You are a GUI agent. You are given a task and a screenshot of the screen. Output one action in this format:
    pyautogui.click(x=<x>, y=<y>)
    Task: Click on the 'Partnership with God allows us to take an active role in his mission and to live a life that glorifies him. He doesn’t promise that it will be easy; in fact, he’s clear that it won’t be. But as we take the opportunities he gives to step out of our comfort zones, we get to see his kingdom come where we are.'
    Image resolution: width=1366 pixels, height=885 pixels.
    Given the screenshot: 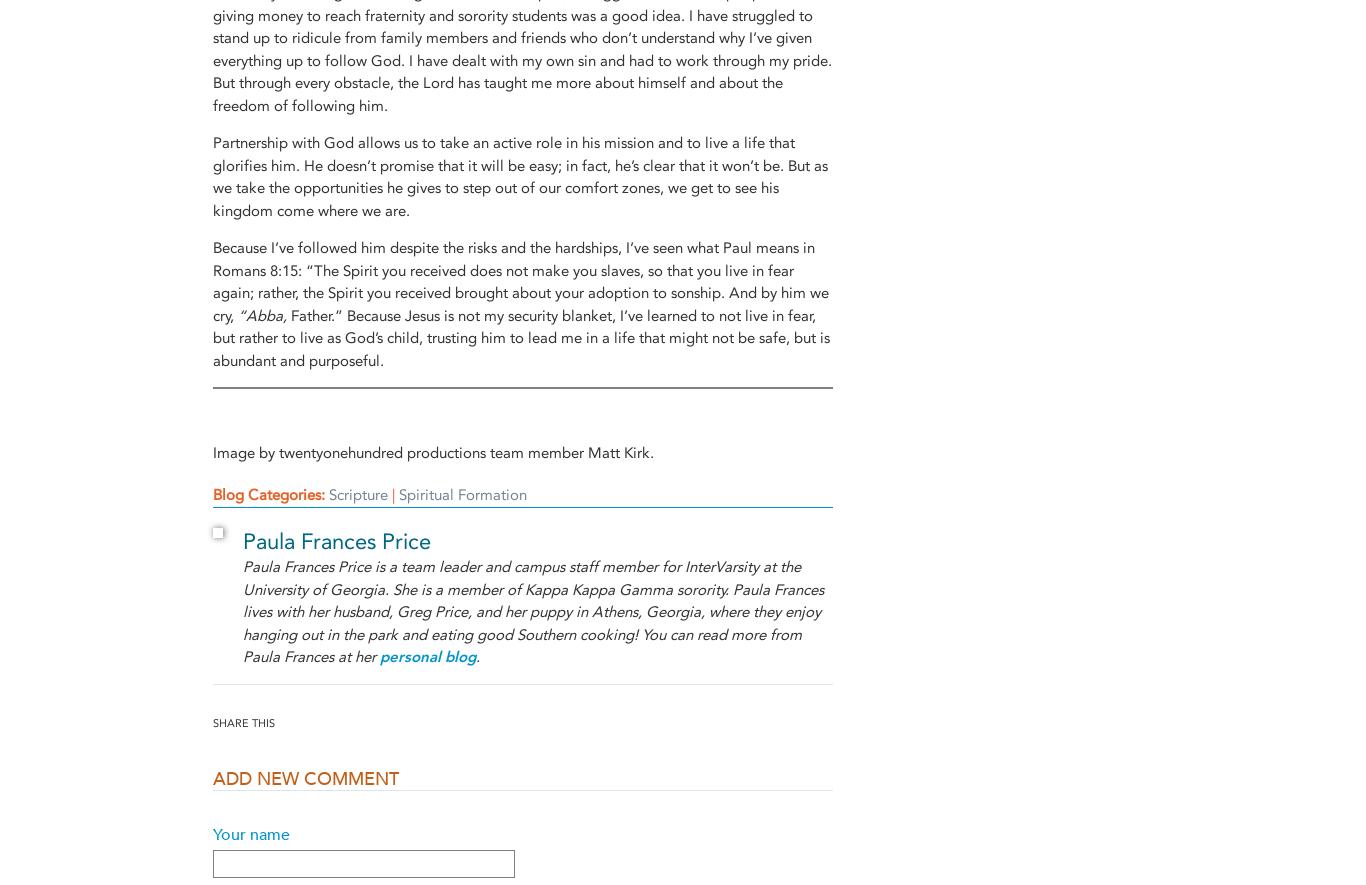 What is the action you would take?
    pyautogui.click(x=211, y=176)
    